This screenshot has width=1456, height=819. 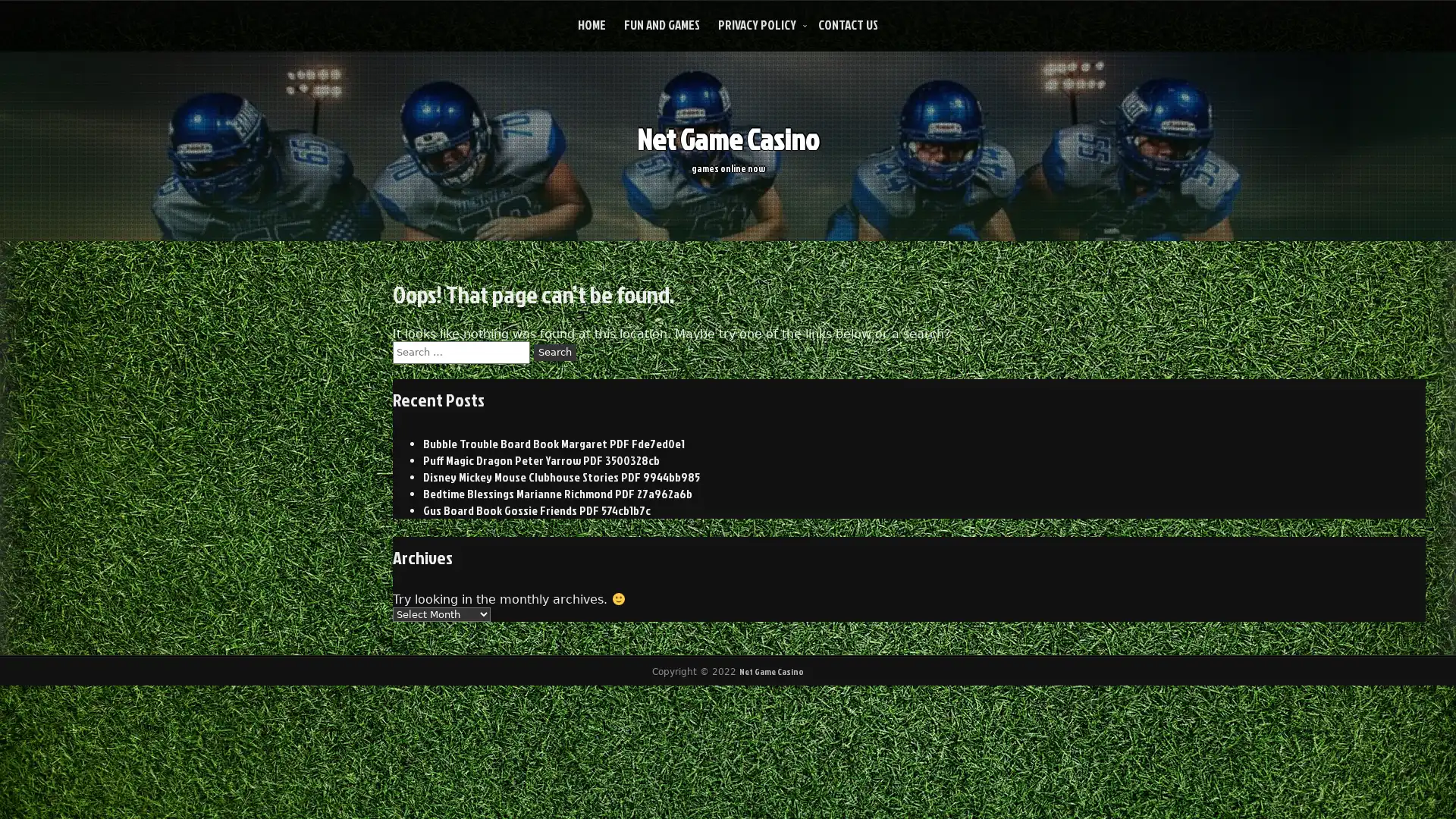 I want to click on Search, so click(x=554, y=351).